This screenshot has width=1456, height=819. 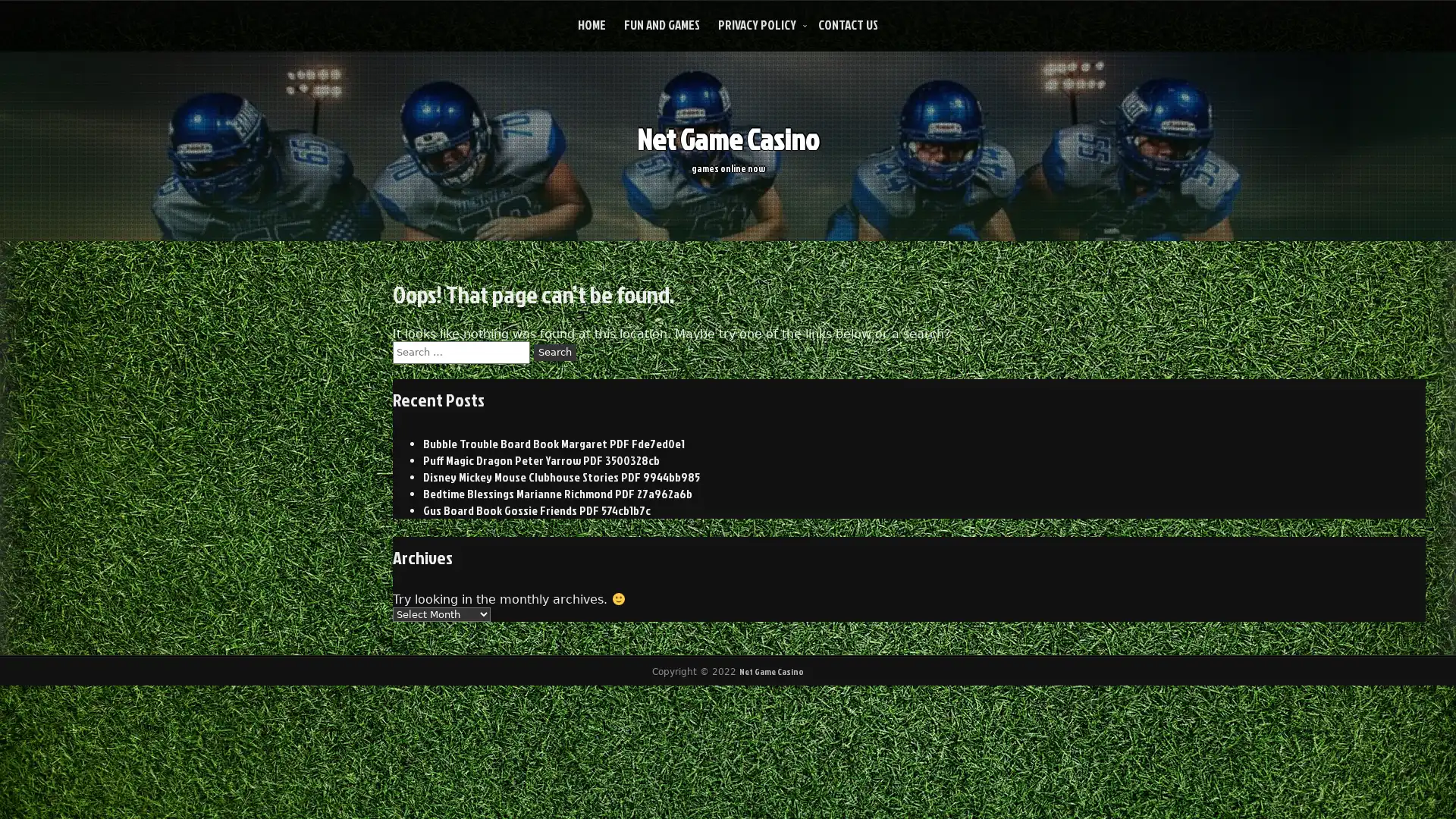 I want to click on Search, so click(x=554, y=351).